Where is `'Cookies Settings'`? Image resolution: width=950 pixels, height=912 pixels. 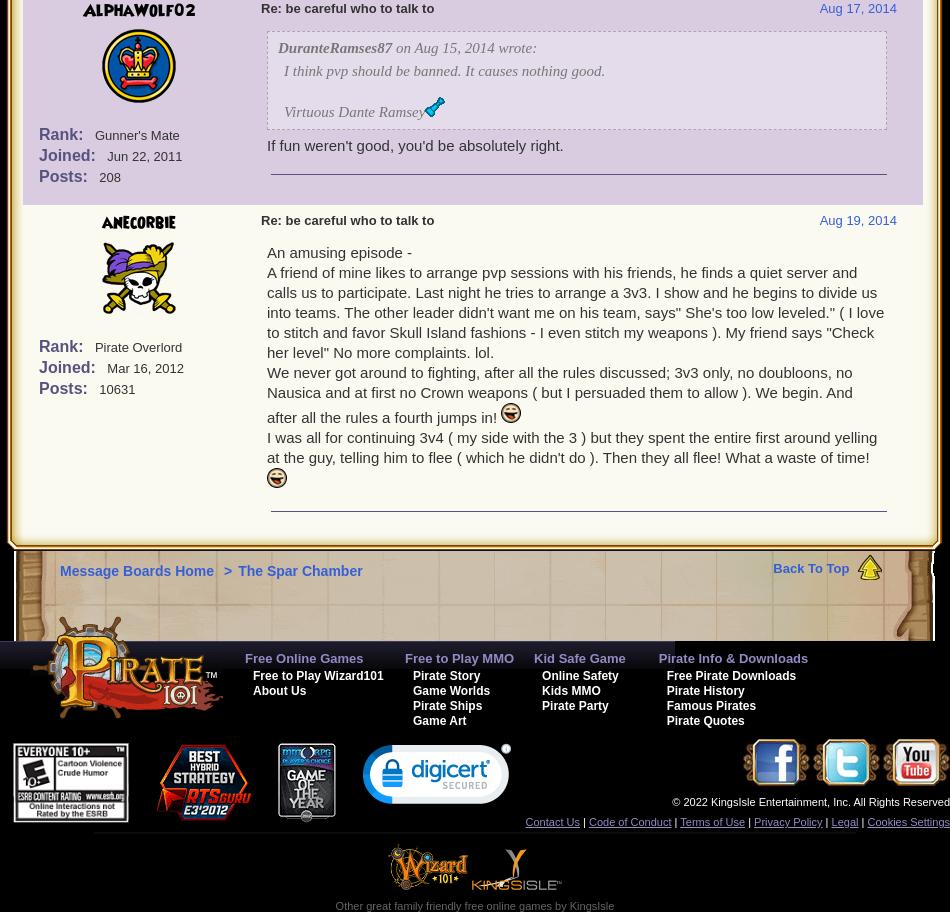 'Cookies Settings' is located at coordinates (907, 820).